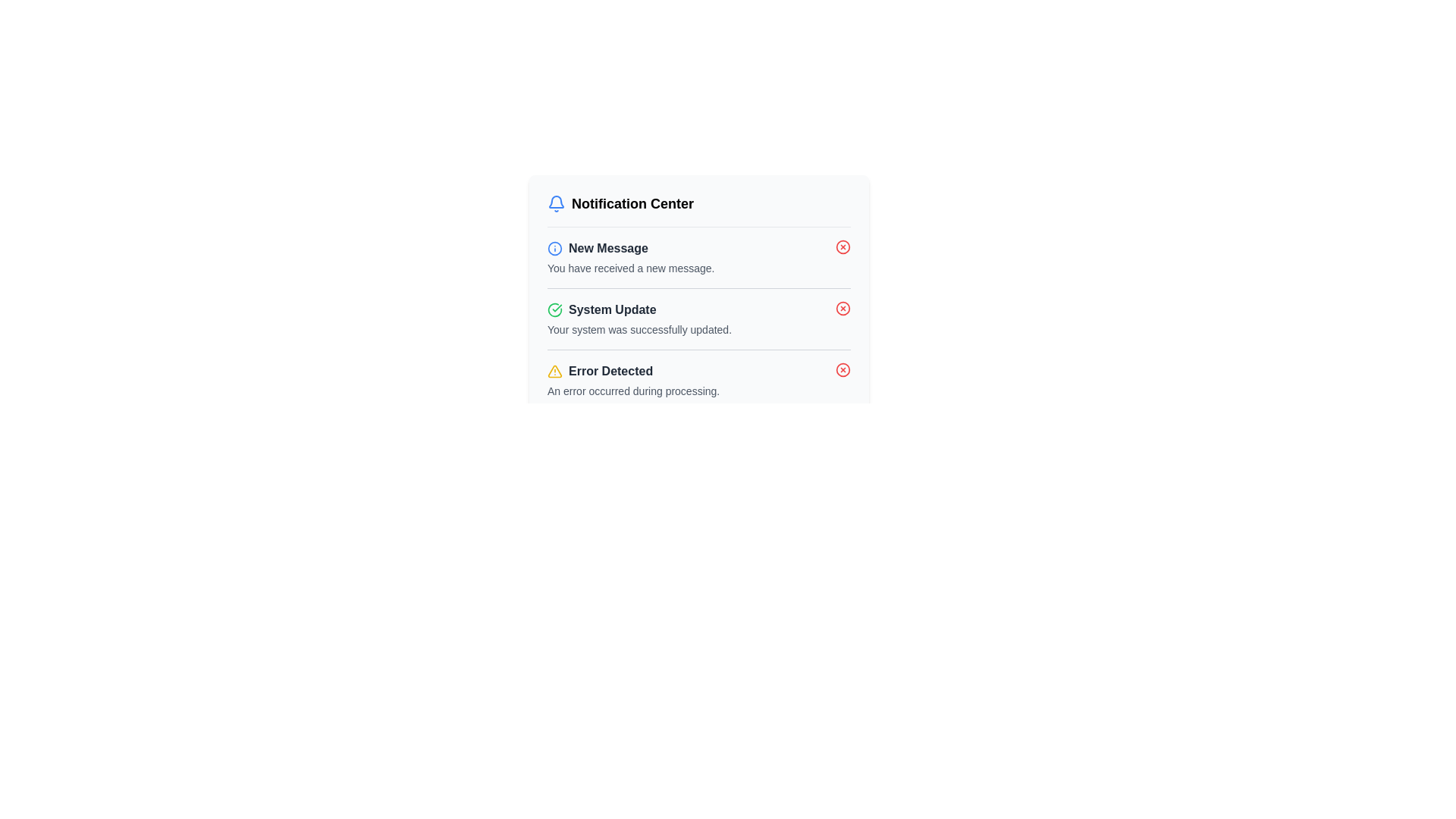 Image resolution: width=1456 pixels, height=819 pixels. What do you see at coordinates (631, 268) in the screenshot?
I see `the text label displaying 'You have received a new message.' located below the 'New Message' title in the notification section` at bounding box center [631, 268].